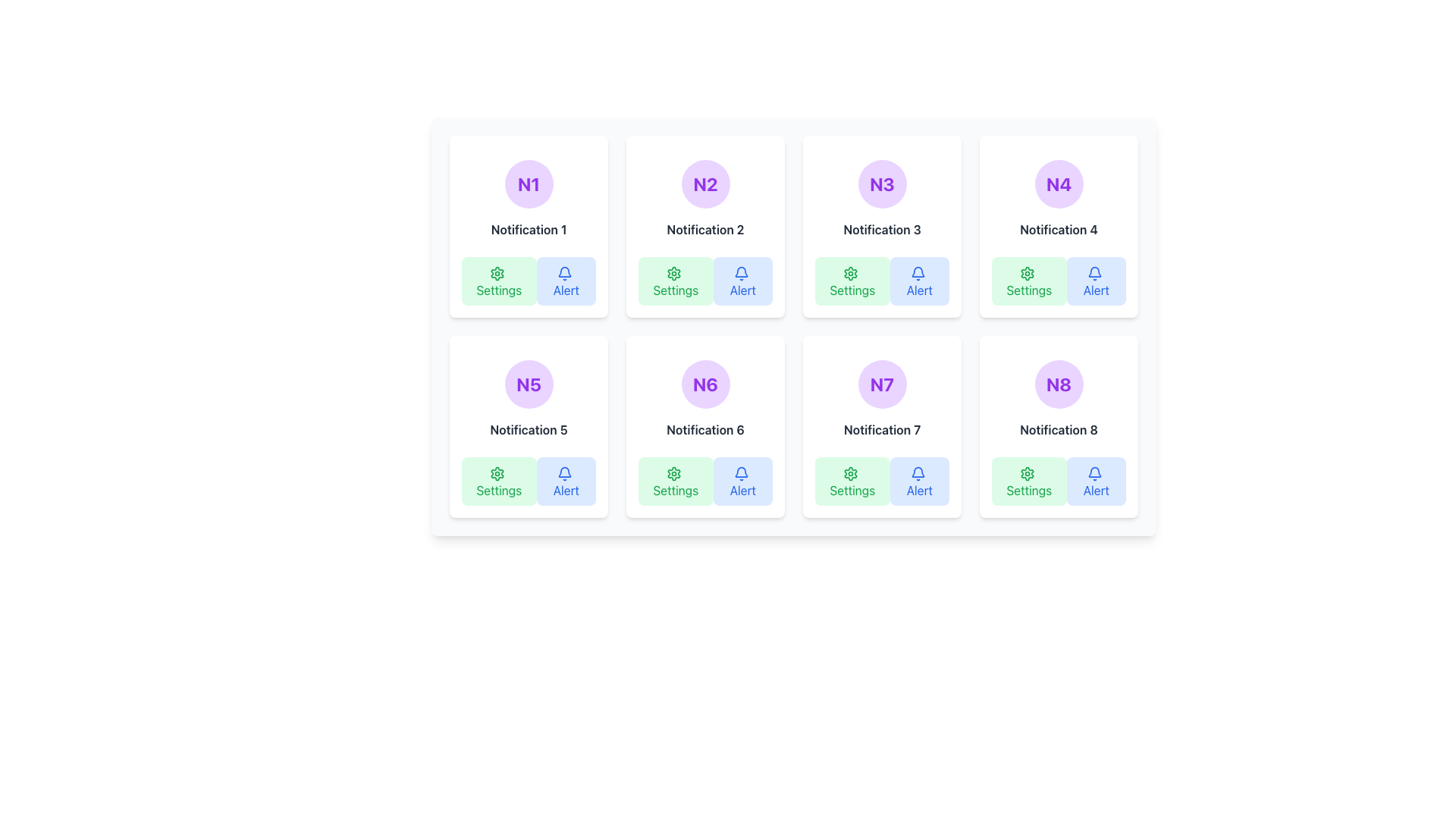  I want to click on the settings icon located in the bottom-left corner of the 'Notification 4' card, so click(1028, 273).